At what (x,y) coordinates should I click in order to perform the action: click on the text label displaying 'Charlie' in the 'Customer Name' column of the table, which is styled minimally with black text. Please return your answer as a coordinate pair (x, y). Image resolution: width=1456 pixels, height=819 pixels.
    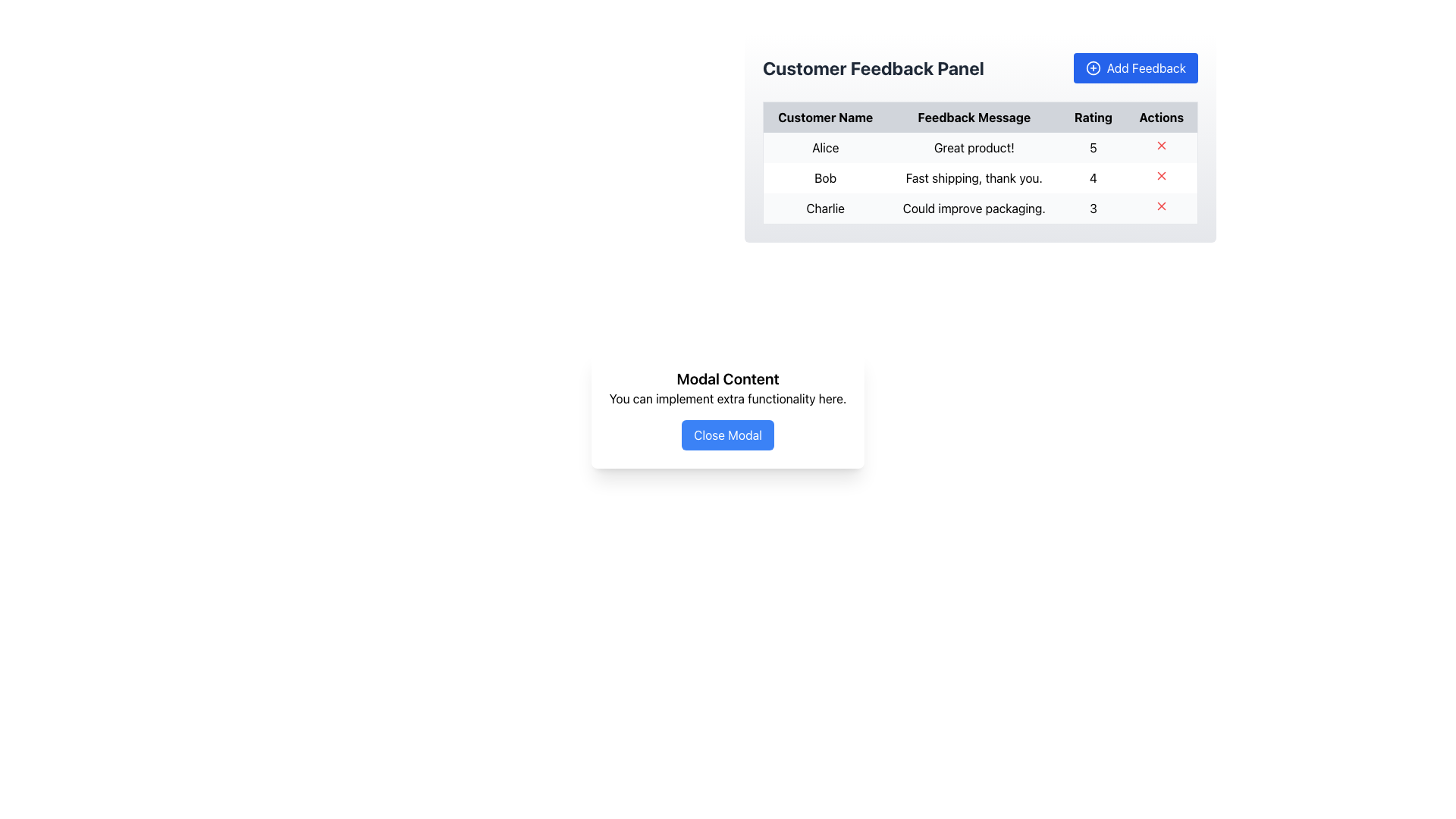
    Looking at the image, I should click on (824, 209).